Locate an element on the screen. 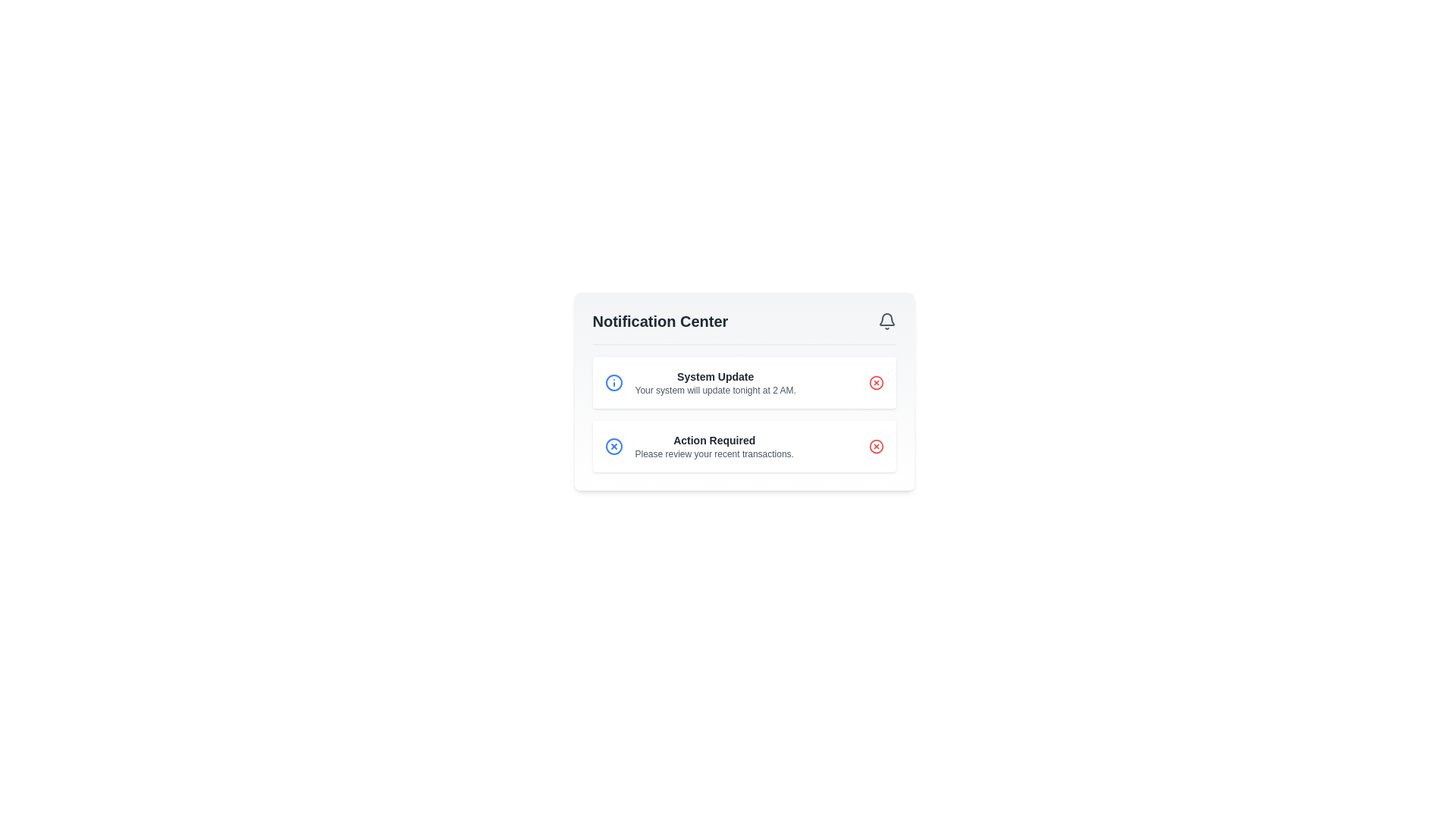 The image size is (1456, 819). the innermost icon in the 'System Update' notification block located in the left section of the Notification Center interface is located at coordinates (613, 382).